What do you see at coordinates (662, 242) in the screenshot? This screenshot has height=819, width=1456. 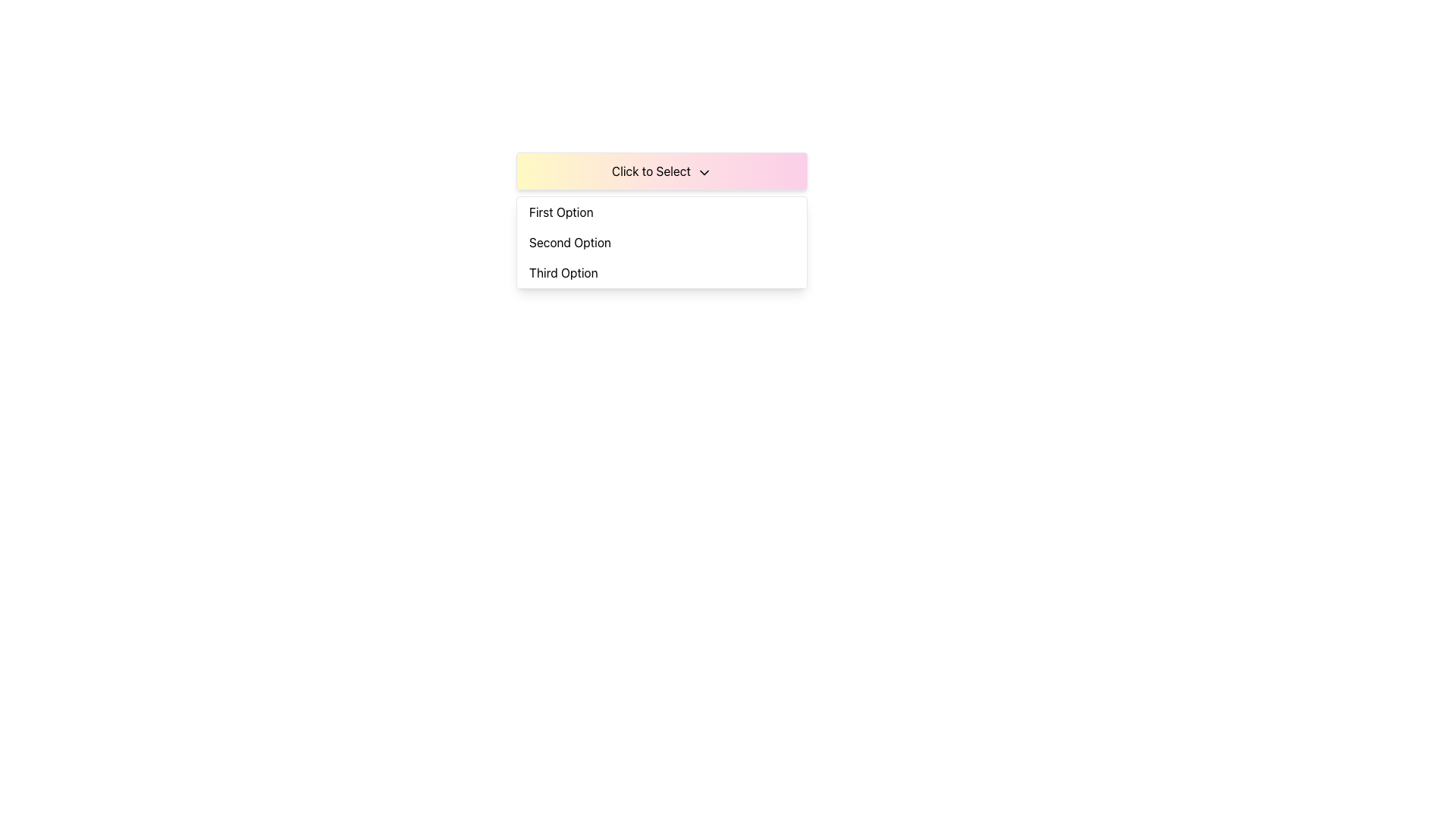 I see `on the 'Second Option' menu item, which is the second item in a vertical list of options, styled with a clear font and has a light-gray background on hover` at bounding box center [662, 242].